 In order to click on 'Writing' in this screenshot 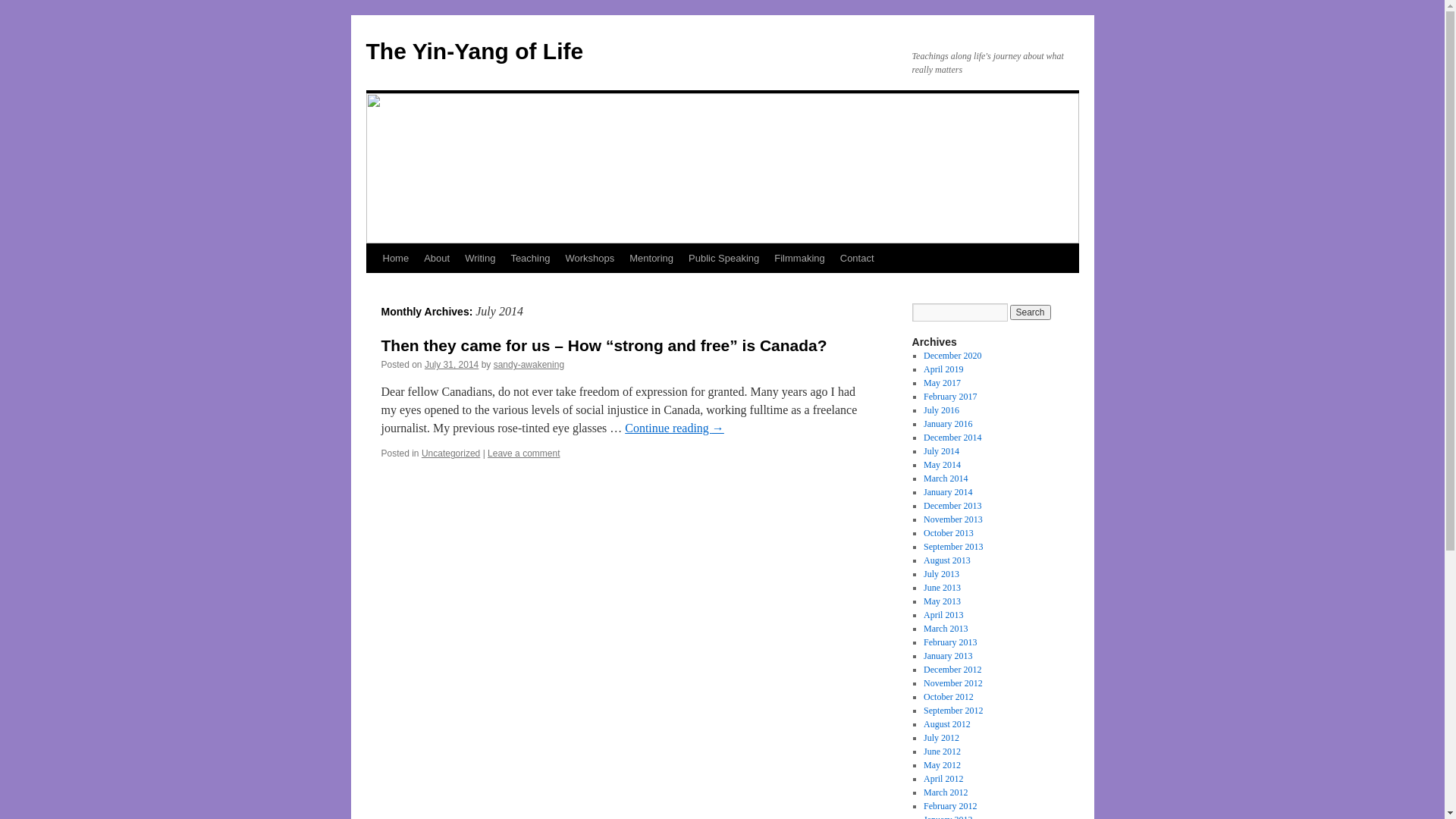, I will do `click(457, 257)`.